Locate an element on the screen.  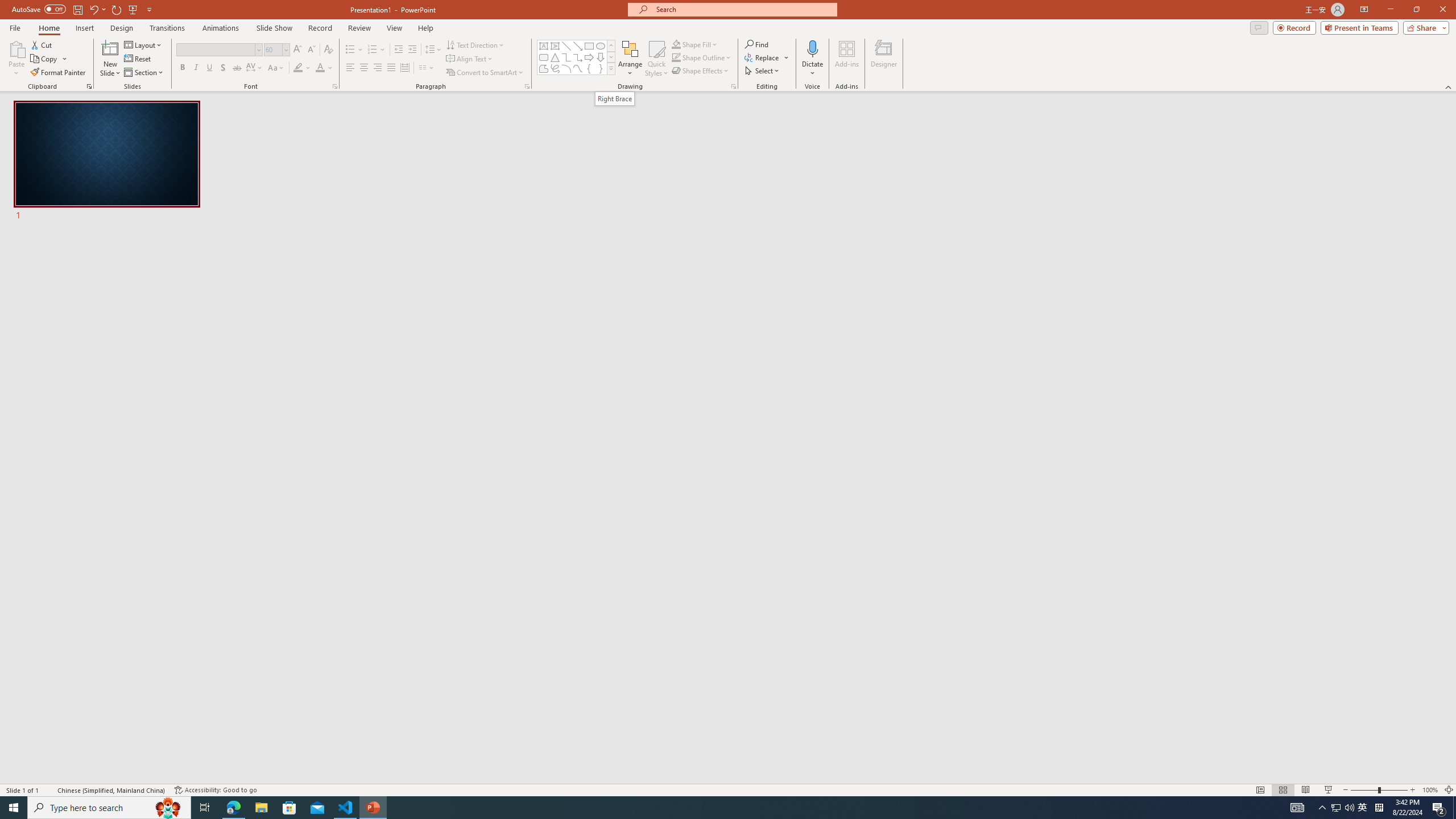
'Bold' is located at coordinates (183, 67).